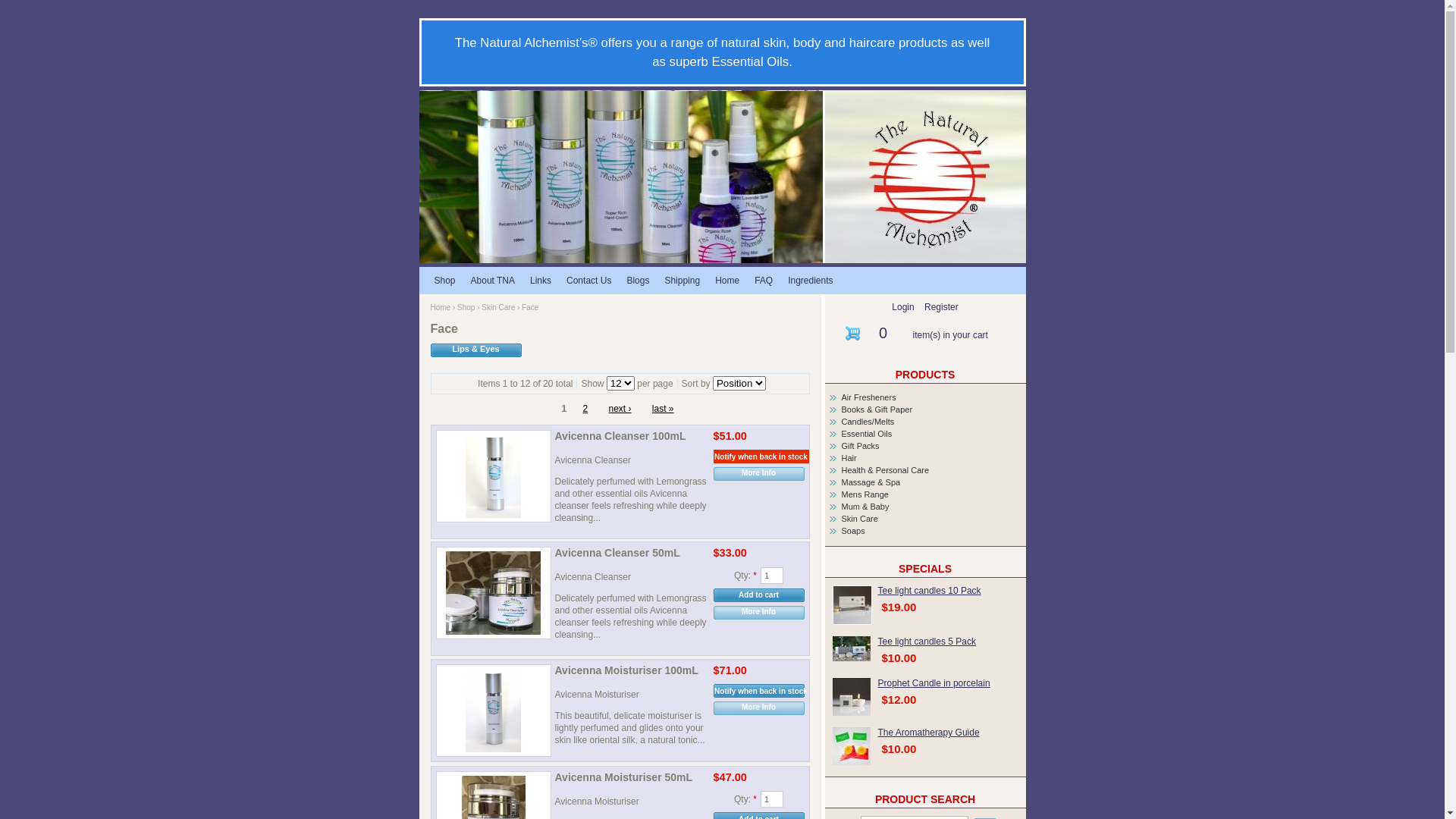  Describe the element at coordinates (429, 350) in the screenshot. I see `'Lips & Eyes'` at that location.